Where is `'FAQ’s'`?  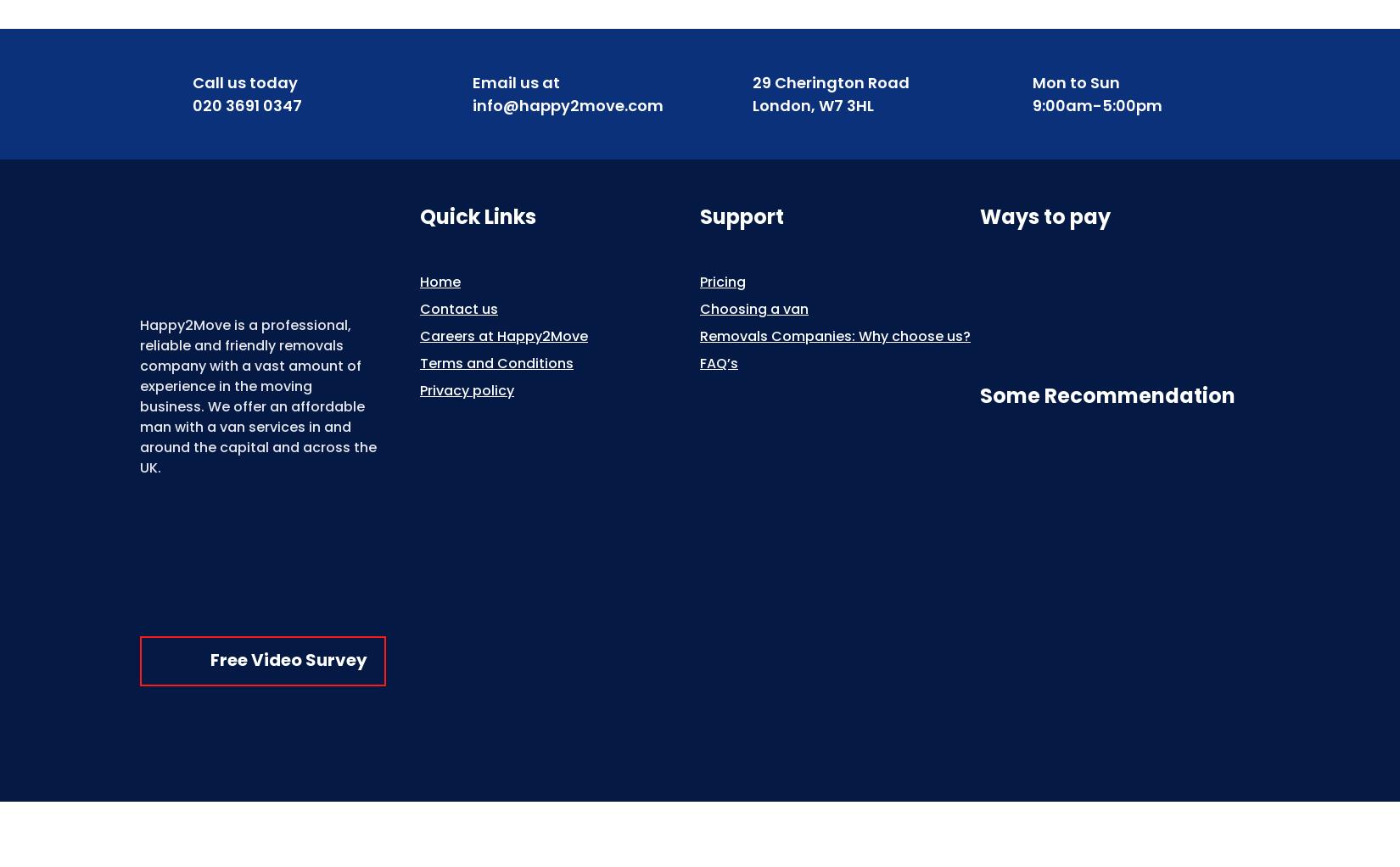 'FAQ’s' is located at coordinates (700, 363).